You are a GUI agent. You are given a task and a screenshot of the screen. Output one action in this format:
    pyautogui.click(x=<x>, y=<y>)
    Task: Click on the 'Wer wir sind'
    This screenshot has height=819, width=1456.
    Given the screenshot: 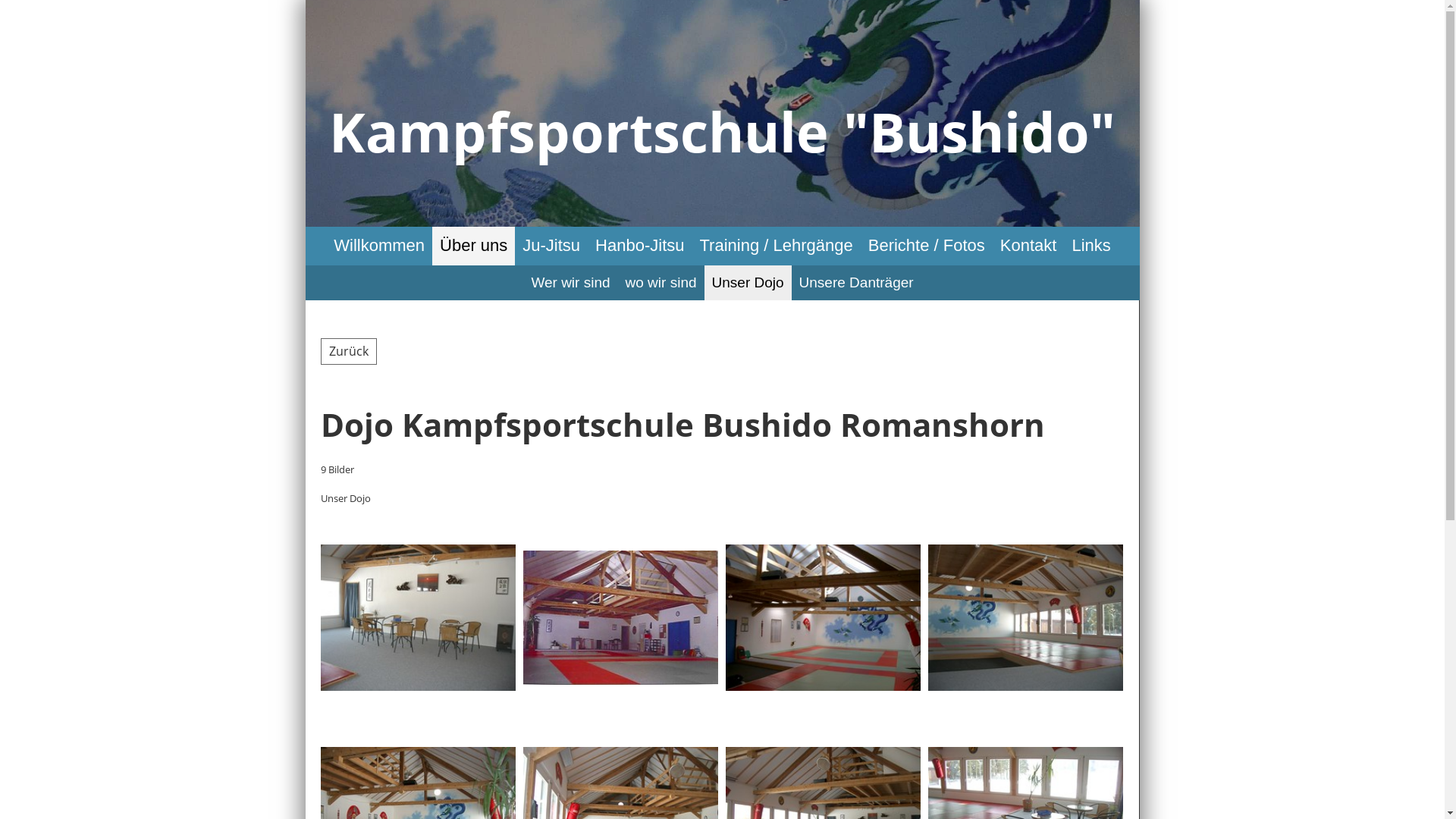 What is the action you would take?
    pyautogui.click(x=570, y=283)
    